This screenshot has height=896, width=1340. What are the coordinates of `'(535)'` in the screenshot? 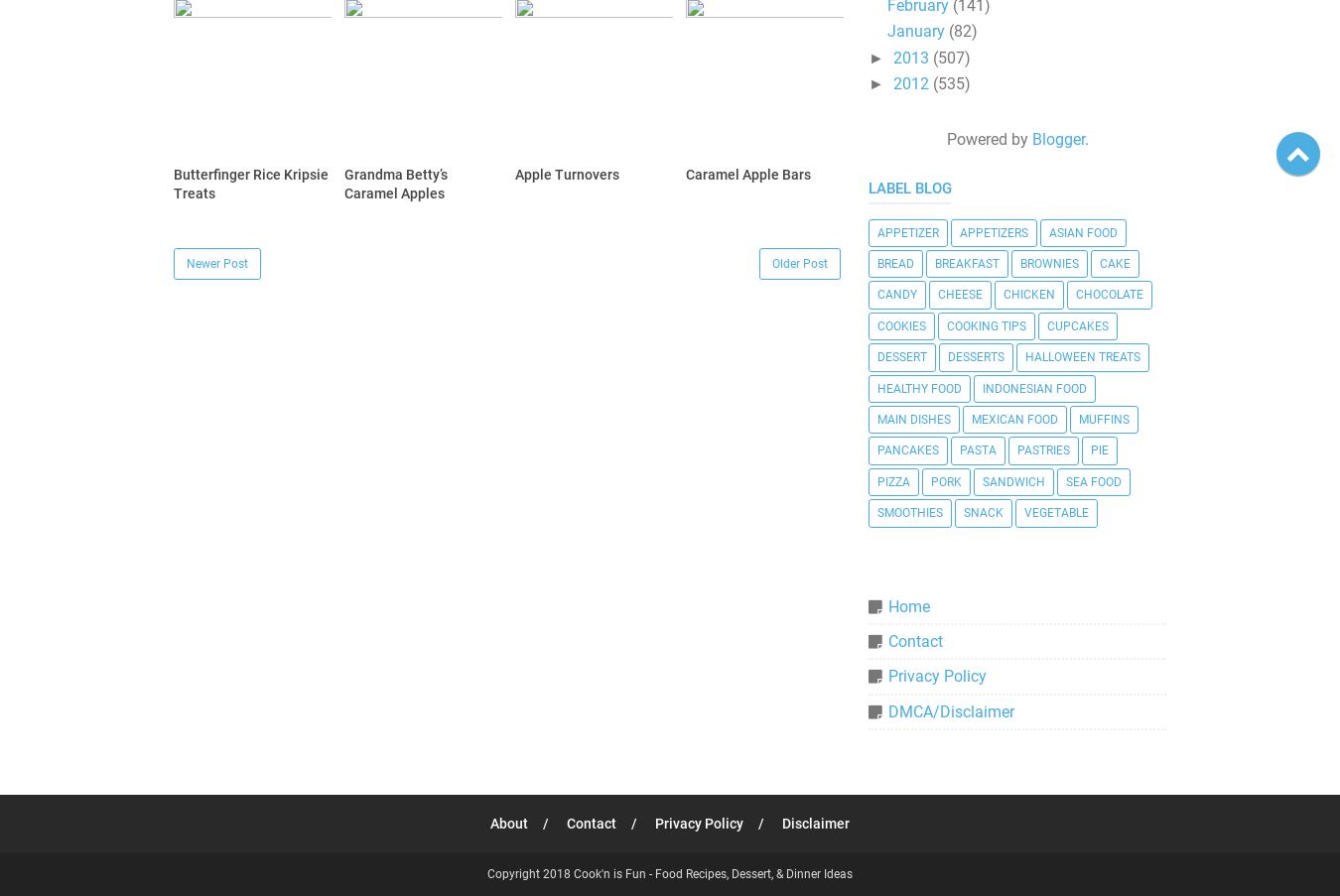 It's located at (949, 83).